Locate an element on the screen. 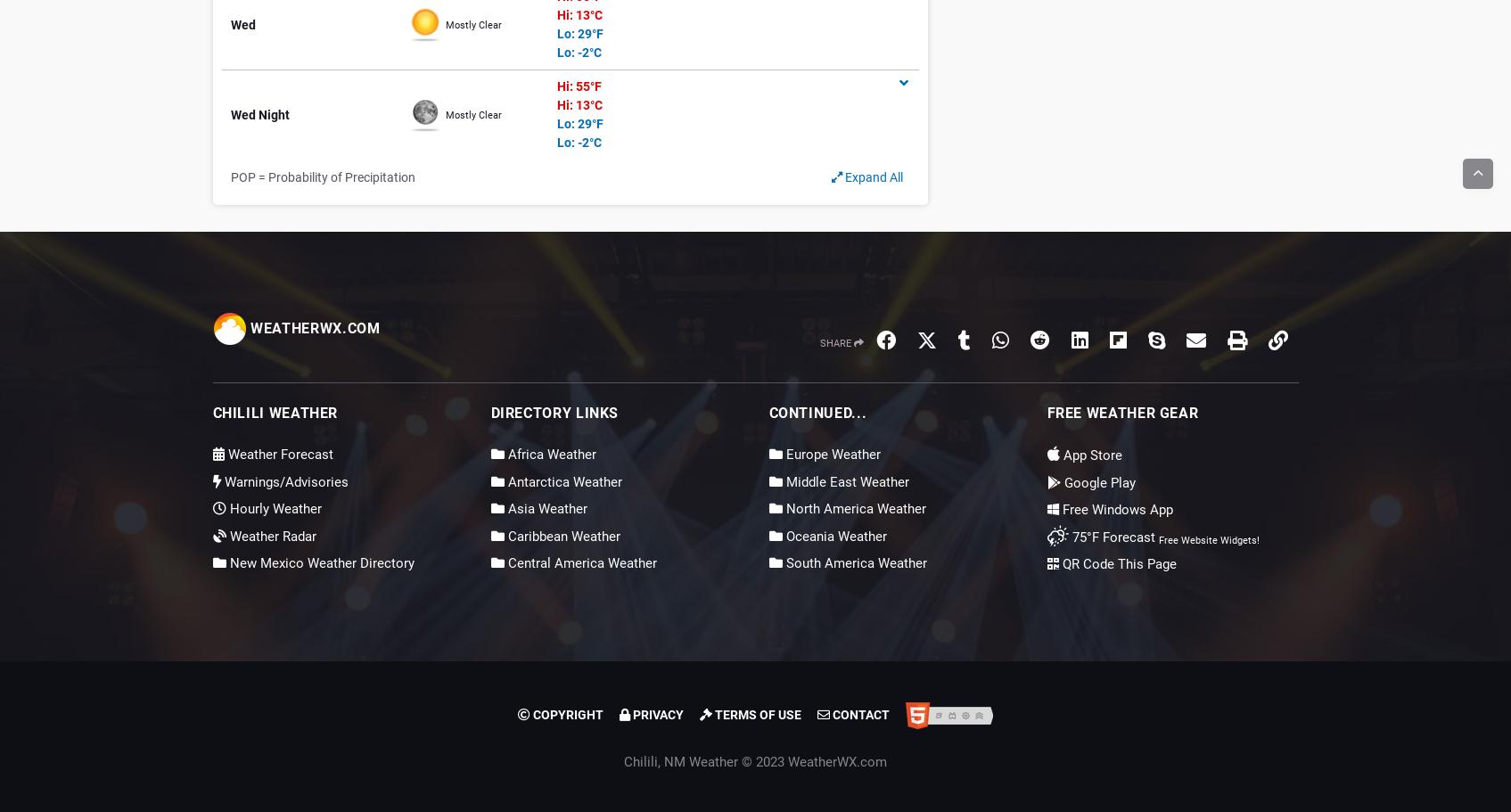 Image resolution: width=1511 pixels, height=812 pixels. 'Expand All' is located at coordinates (872, 176).